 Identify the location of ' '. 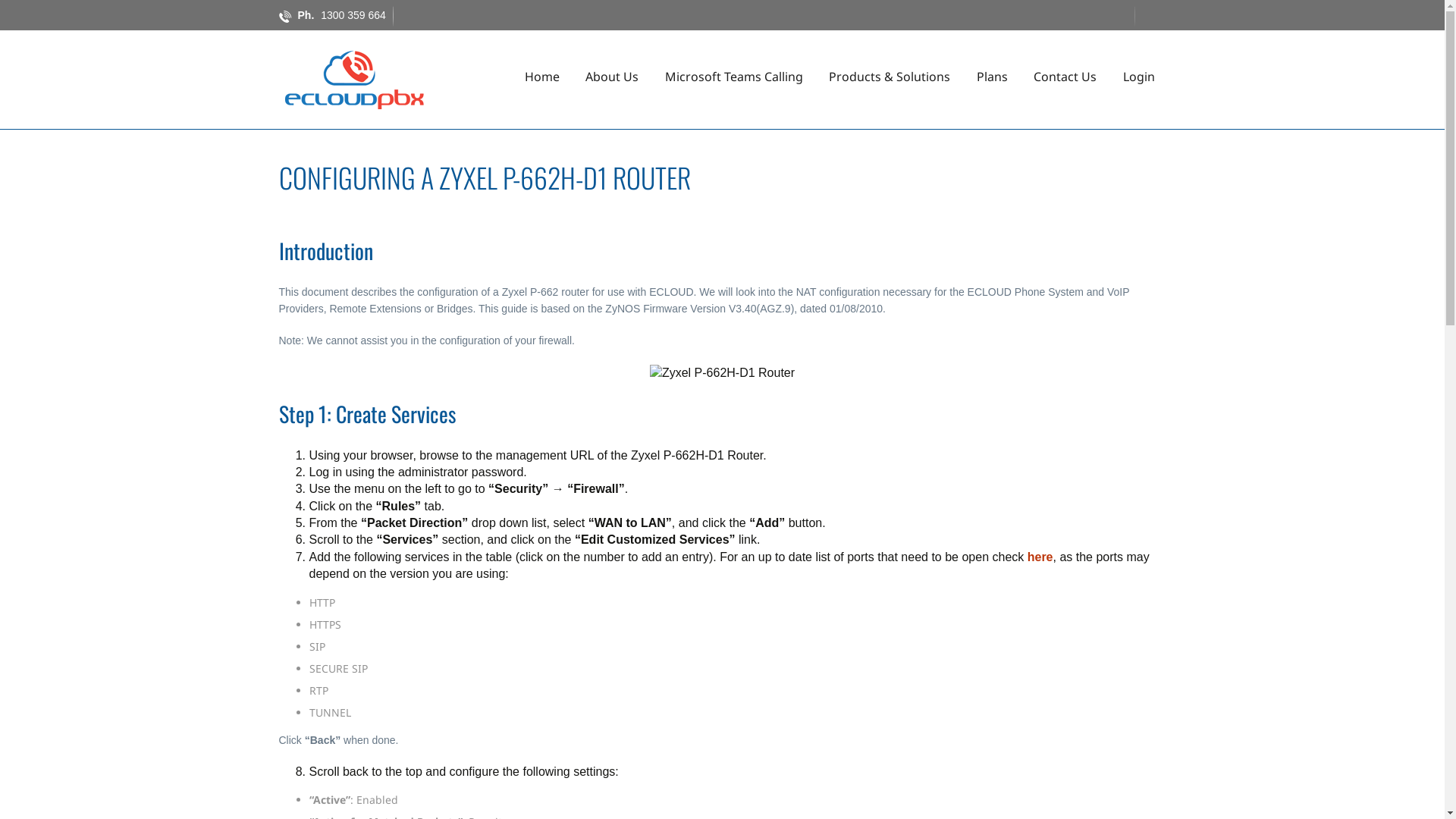
(421, 739).